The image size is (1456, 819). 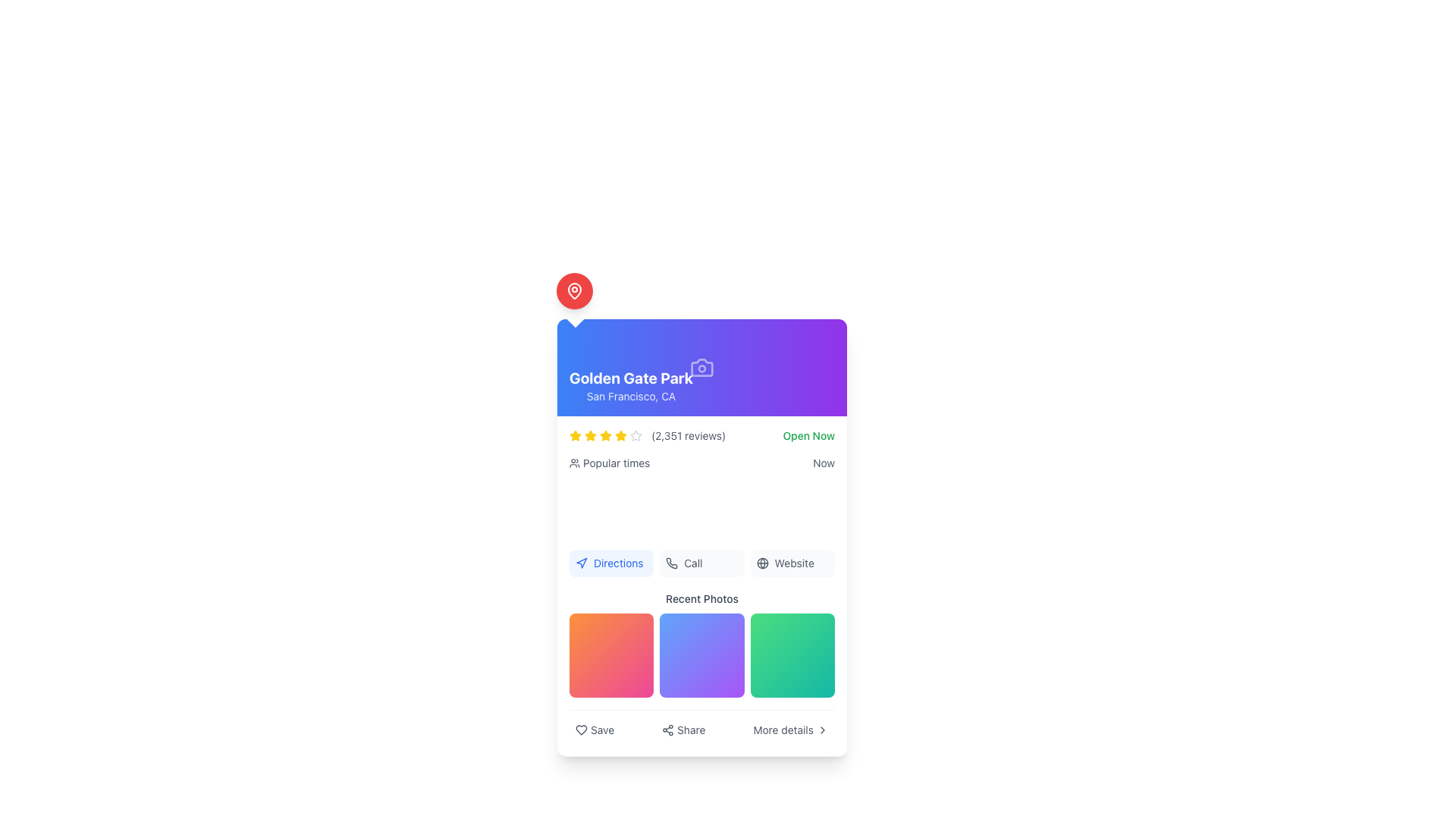 What do you see at coordinates (631, 377) in the screenshot?
I see `the Text label that serves as the title or identifier of the location, positioned at the top of the card-like component and aligned to the left above the subtitle 'San Francisco, CA'` at bounding box center [631, 377].